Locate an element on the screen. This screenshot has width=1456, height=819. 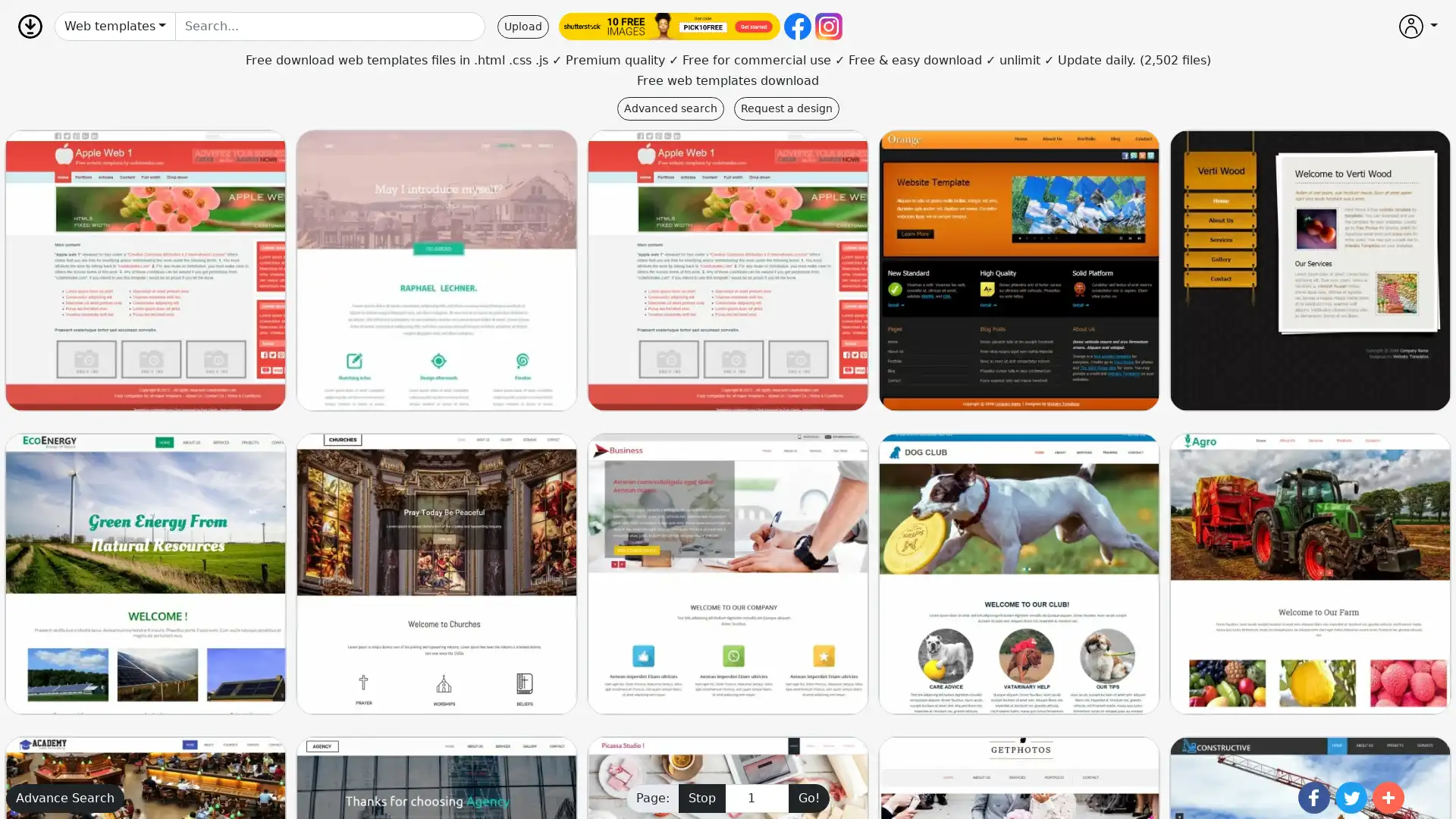
Share to Twitter is located at coordinates (1324, 797).